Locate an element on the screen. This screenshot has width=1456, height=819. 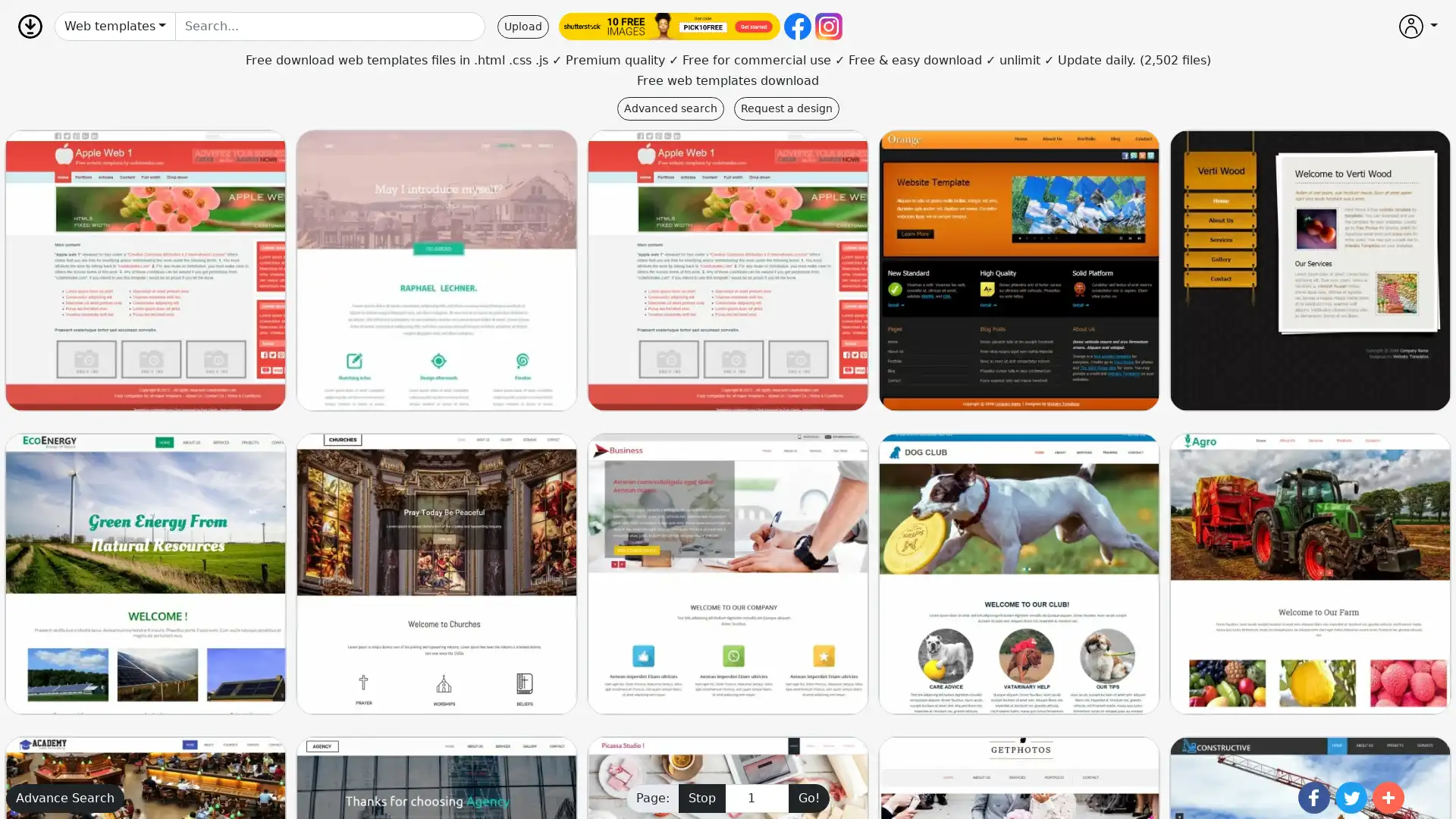
Share to Twitter is located at coordinates (1324, 797).